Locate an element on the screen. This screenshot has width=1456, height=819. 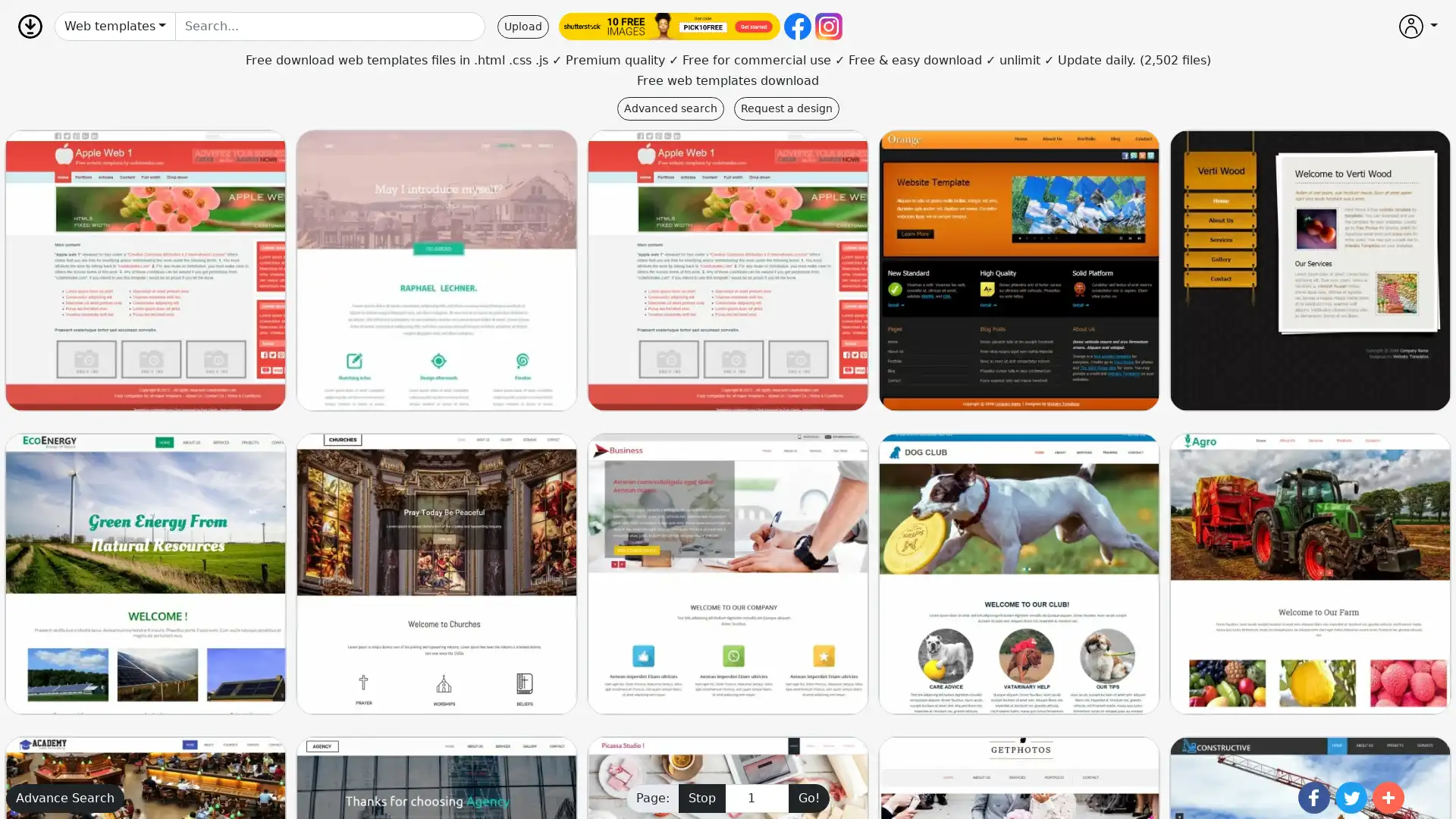
Share to Twitter is located at coordinates (1324, 797).